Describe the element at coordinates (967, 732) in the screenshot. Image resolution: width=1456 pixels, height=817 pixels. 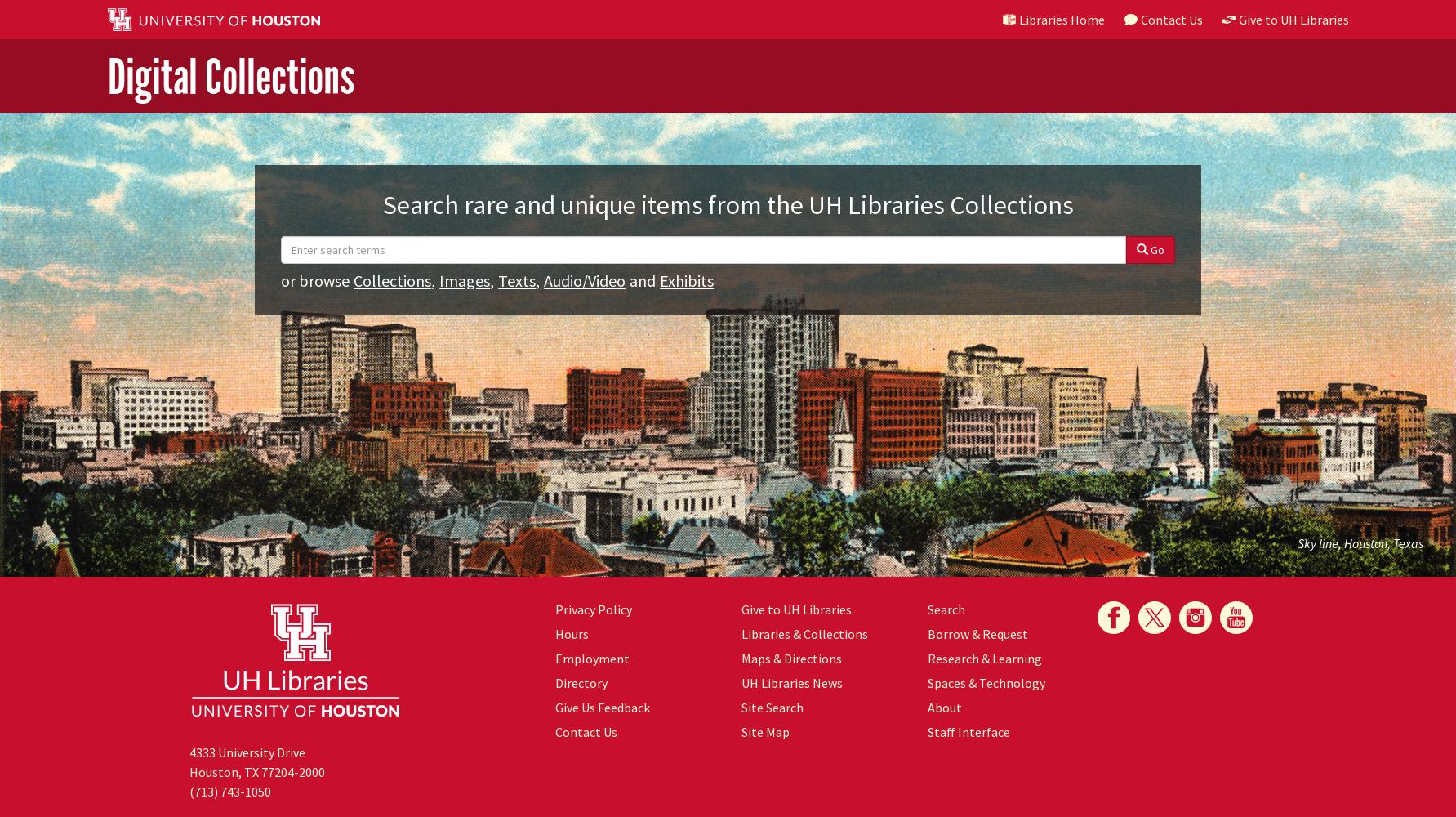
I see `'Staff Interface'` at that location.